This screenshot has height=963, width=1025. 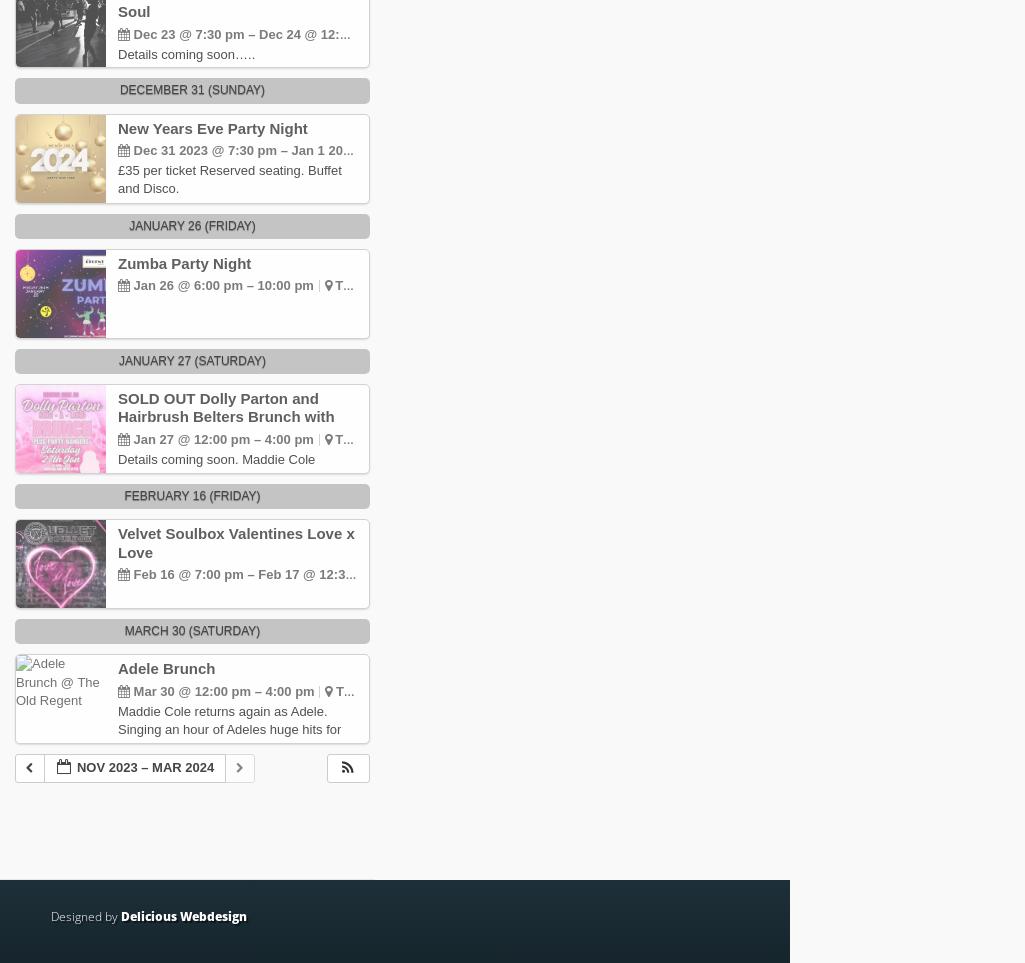 What do you see at coordinates (223, 284) in the screenshot?
I see `'Jan 26 @ 6:00 pm – 10:00 pm'` at bounding box center [223, 284].